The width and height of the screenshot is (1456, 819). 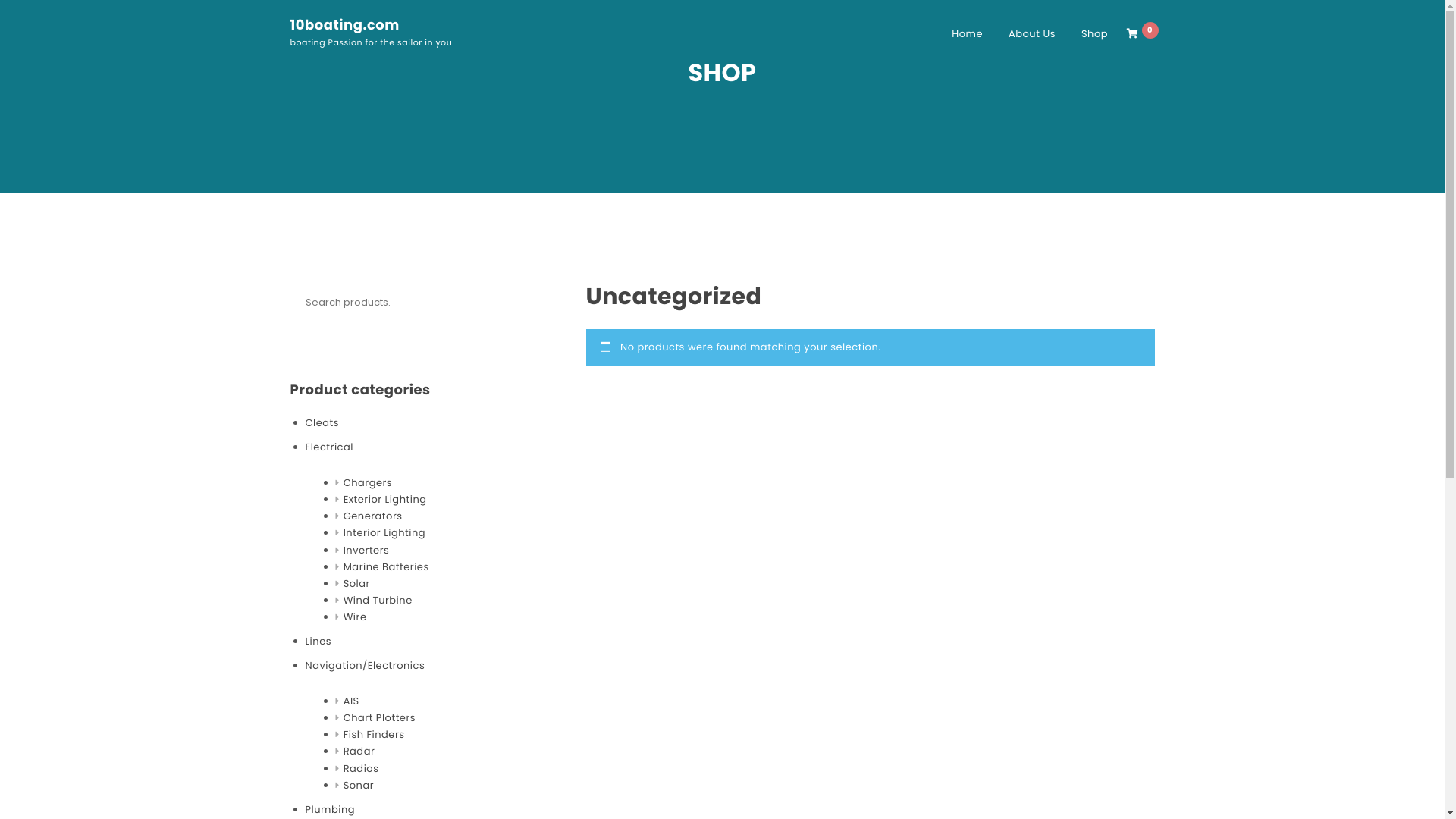 I want to click on 'Solar', so click(x=356, y=583).